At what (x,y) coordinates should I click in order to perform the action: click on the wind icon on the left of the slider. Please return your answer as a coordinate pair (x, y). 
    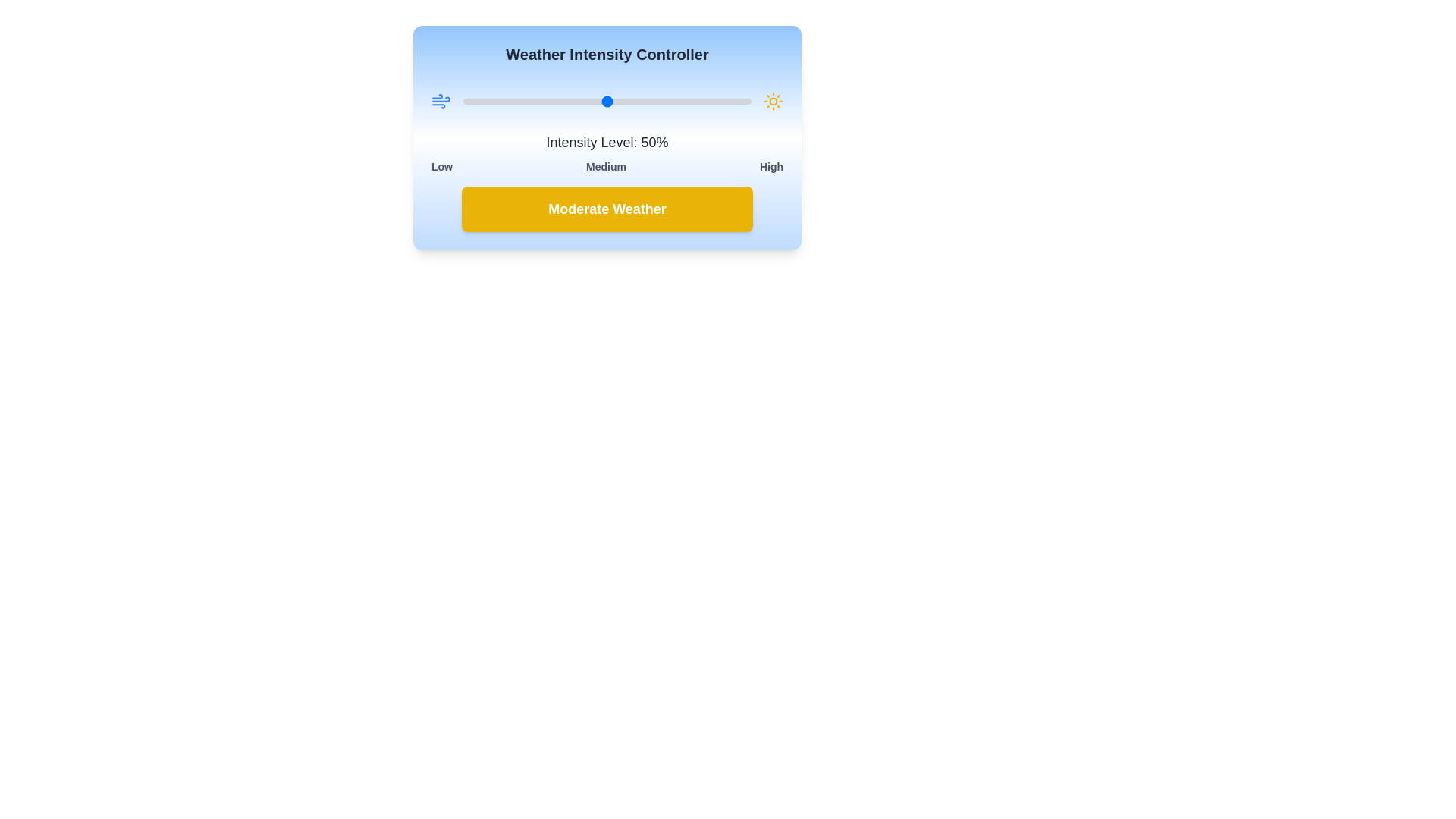
    Looking at the image, I should click on (440, 102).